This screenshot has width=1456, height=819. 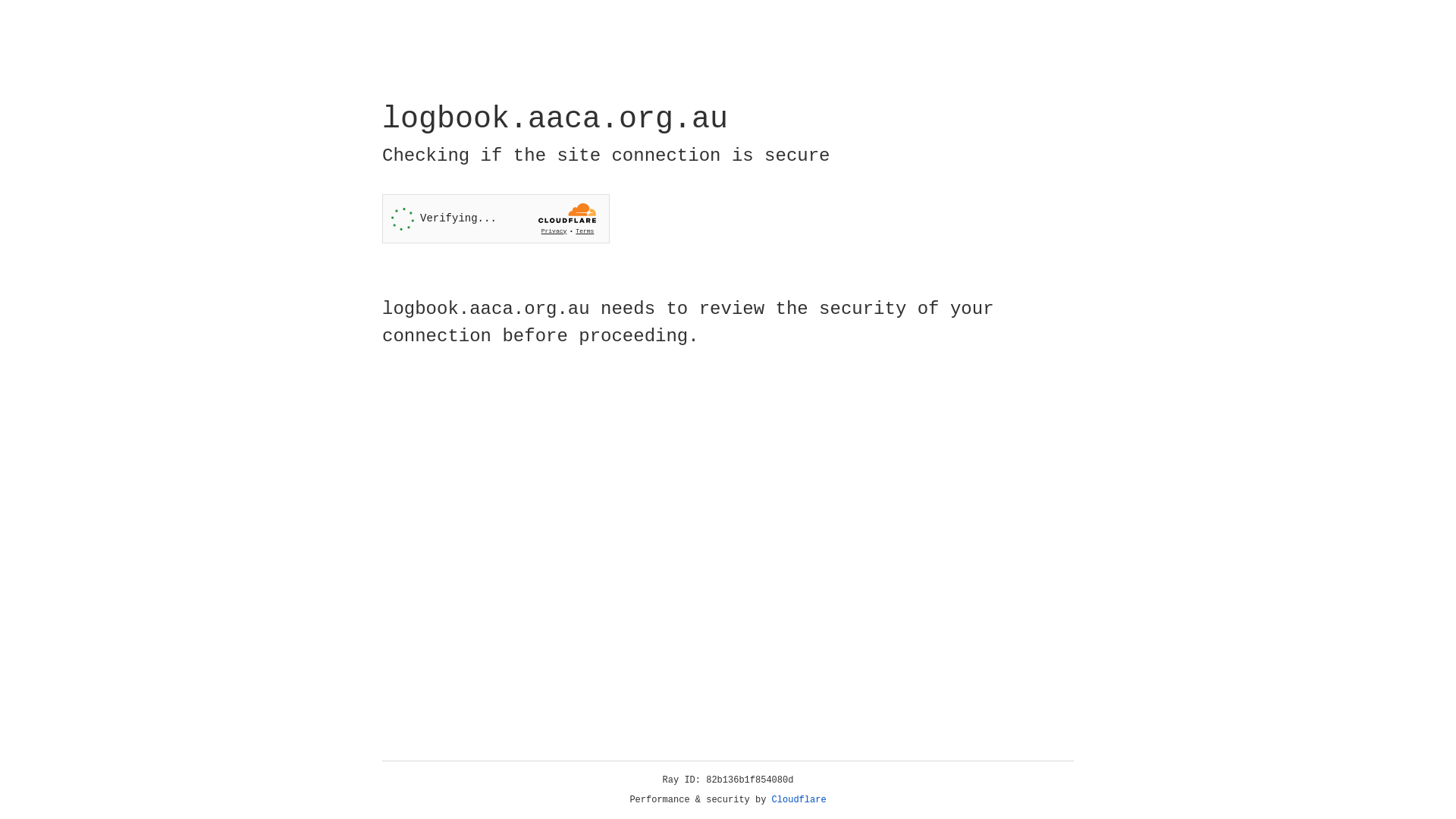 What do you see at coordinates (495, 218) in the screenshot?
I see `'Widget containing a Cloudflare security challenge'` at bounding box center [495, 218].